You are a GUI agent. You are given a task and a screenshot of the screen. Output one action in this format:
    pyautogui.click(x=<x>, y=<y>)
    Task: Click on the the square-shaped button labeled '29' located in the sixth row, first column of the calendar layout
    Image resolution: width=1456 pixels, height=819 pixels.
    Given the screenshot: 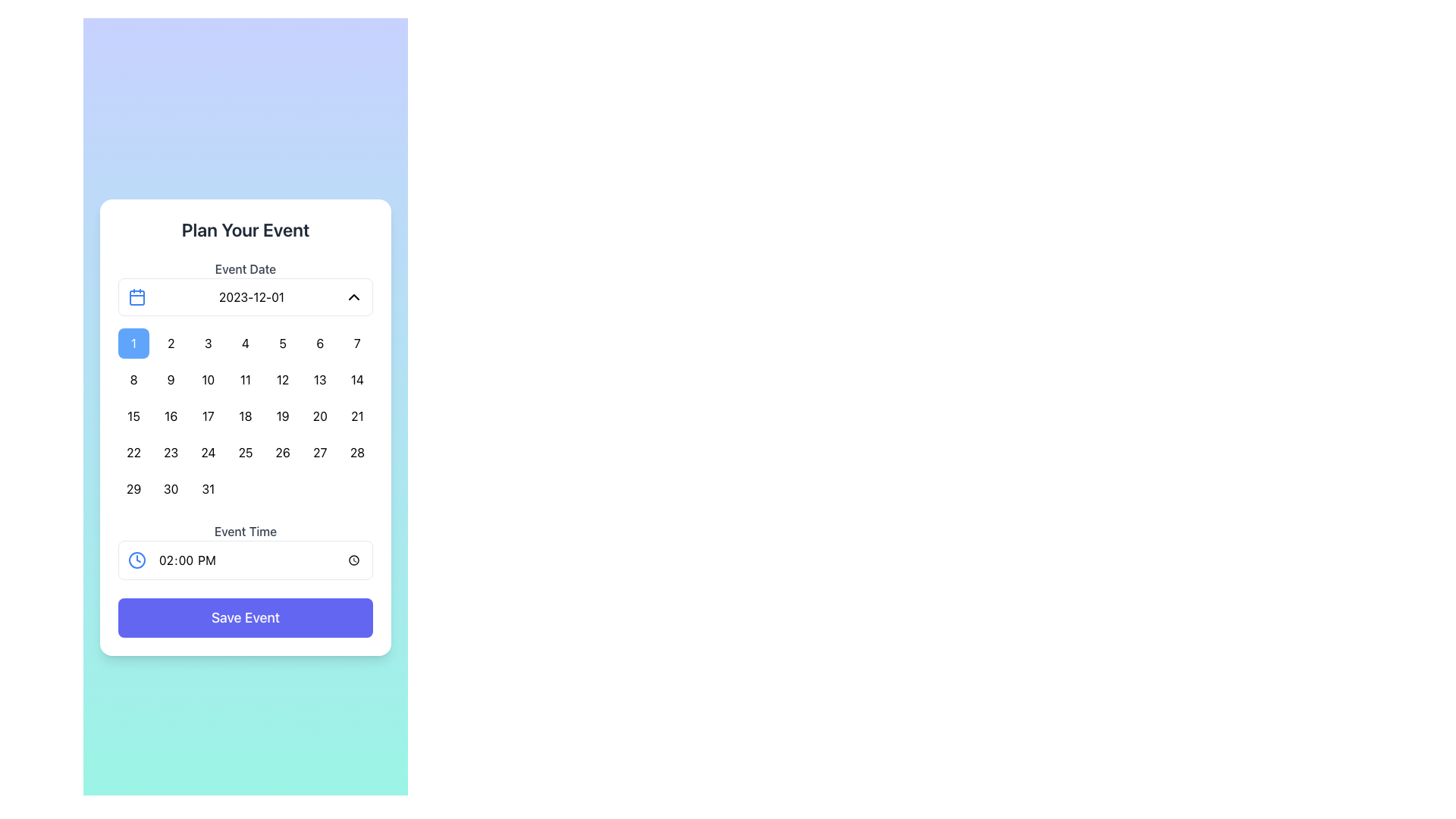 What is the action you would take?
    pyautogui.click(x=133, y=488)
    